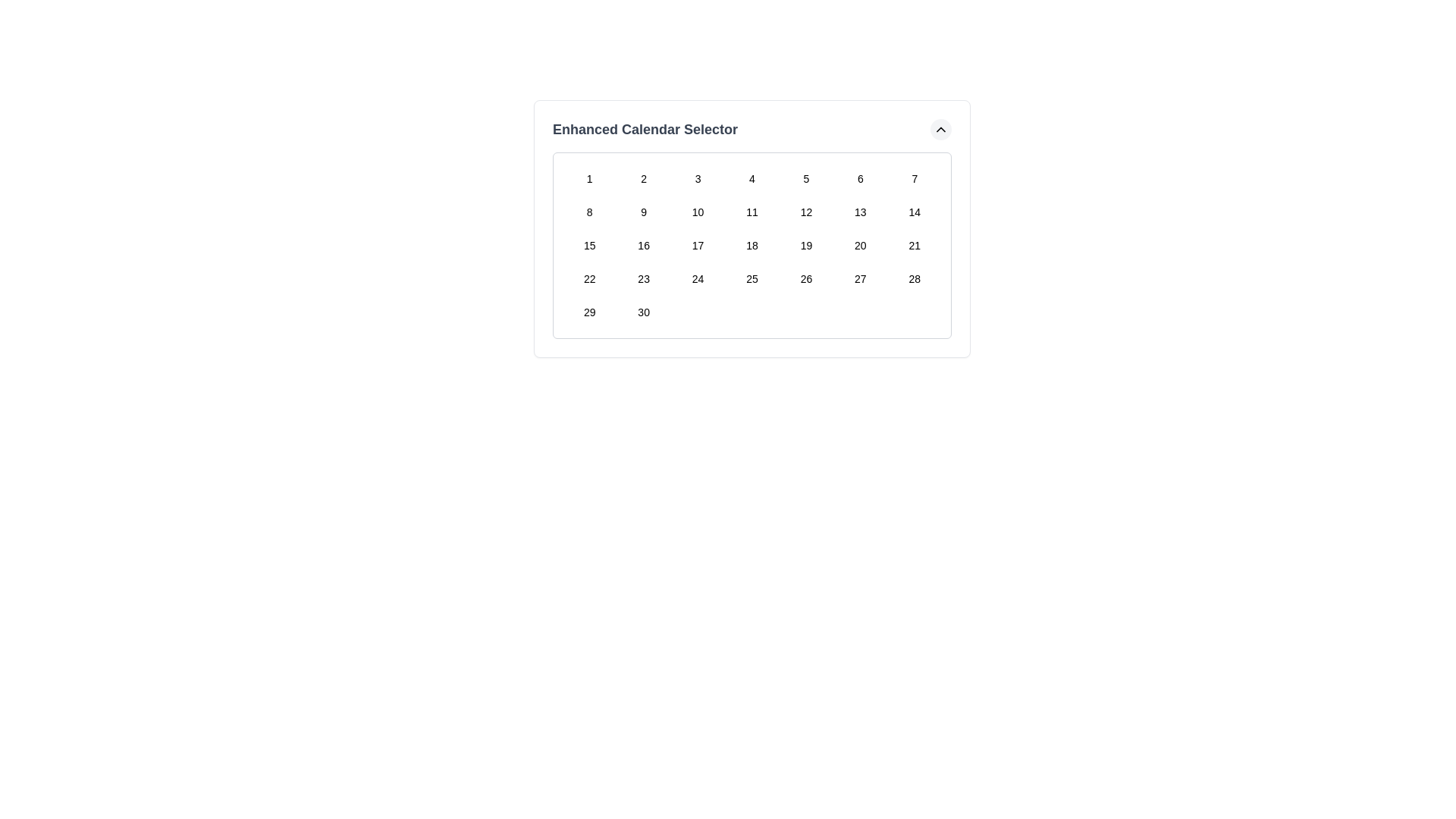  I want to click on the button labeled '11' in the Enhanced Calendar Selector, so click(752, 212).